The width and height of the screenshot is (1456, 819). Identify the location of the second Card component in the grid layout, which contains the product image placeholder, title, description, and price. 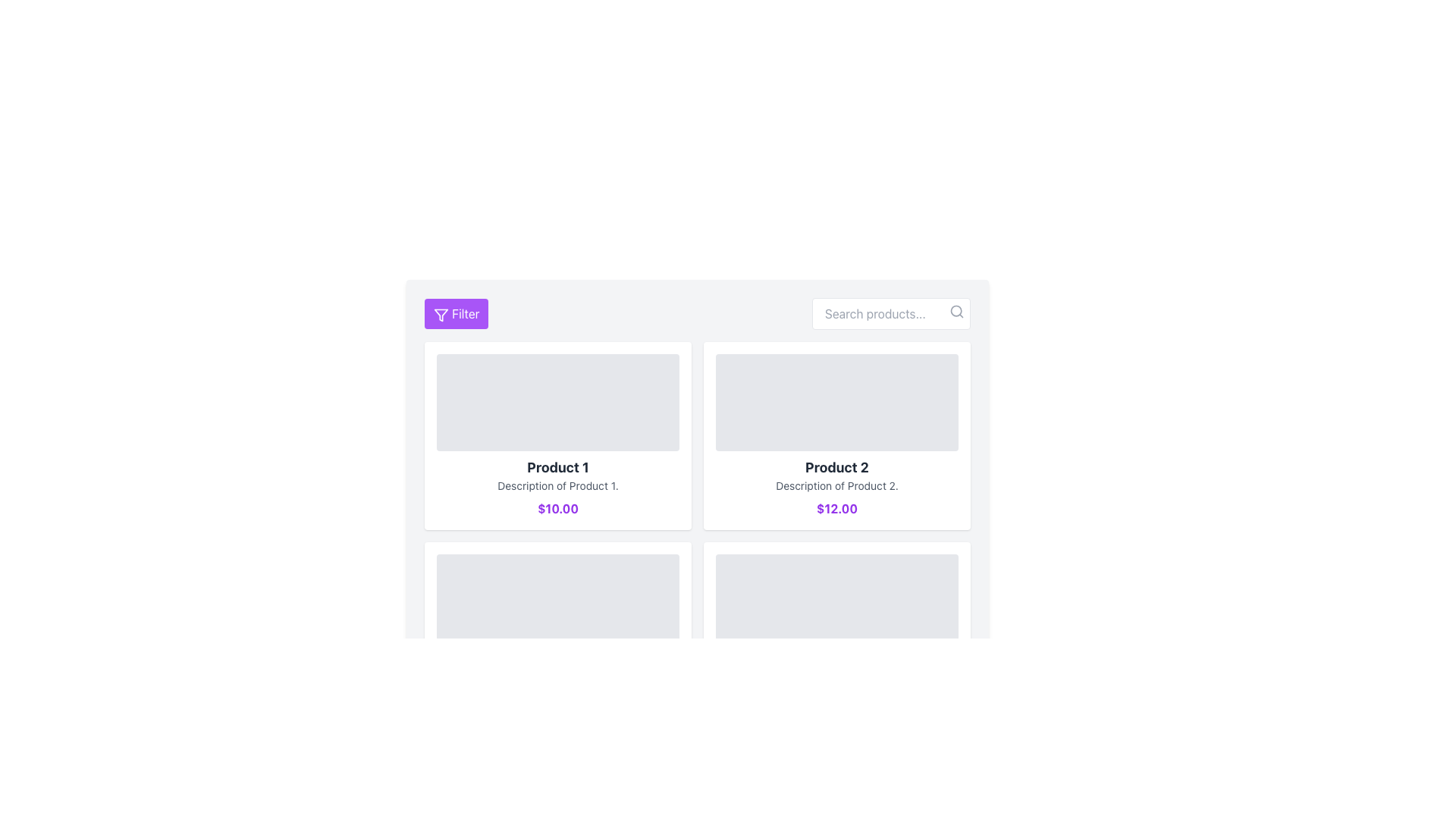
(836, 435).